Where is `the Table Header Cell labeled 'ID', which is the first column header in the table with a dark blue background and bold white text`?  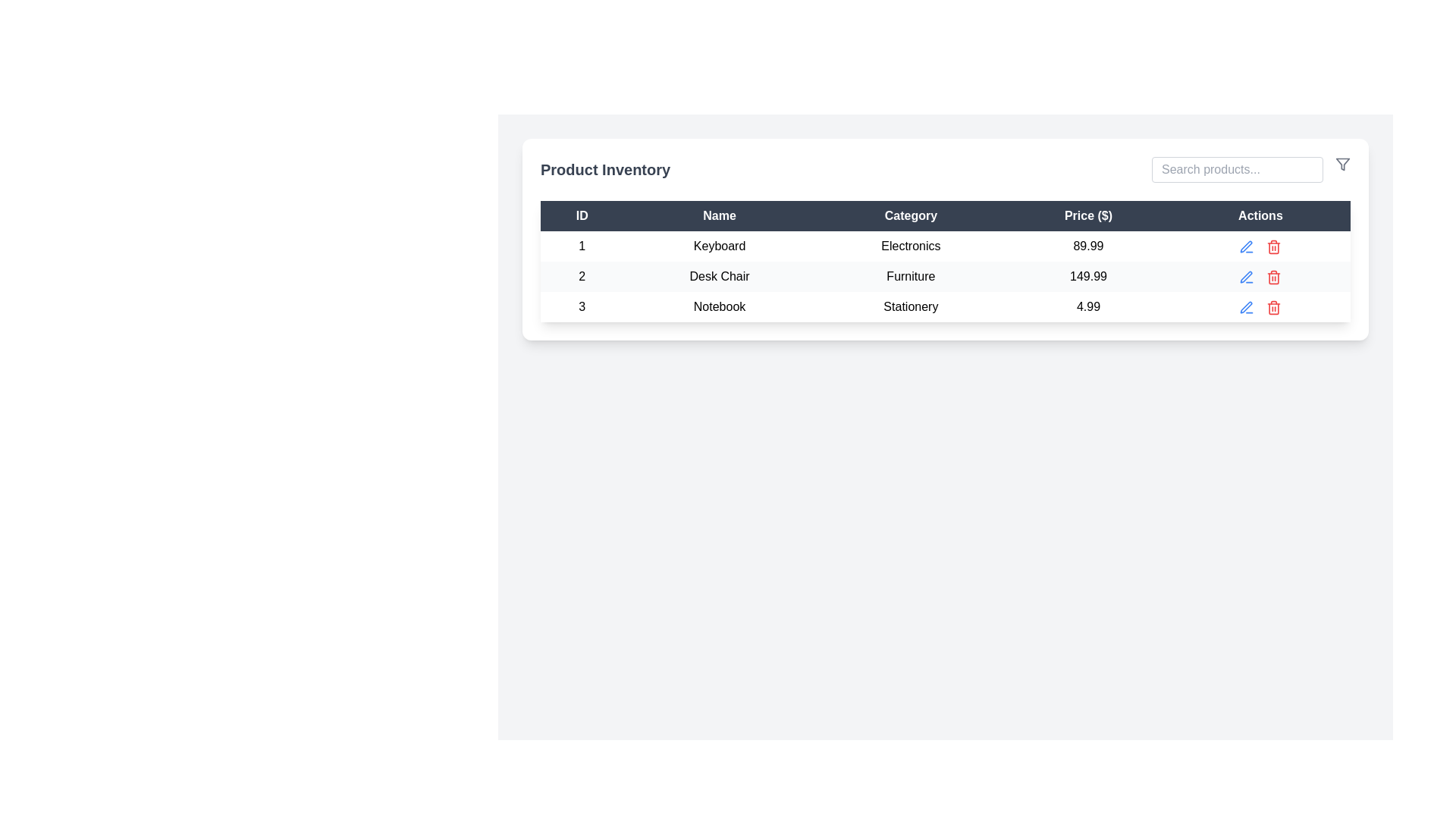 the Table Header Cell labeled 'ID', which is the first column header in the table with a dark blue background and bold white text is located at coordinates (581, 216).